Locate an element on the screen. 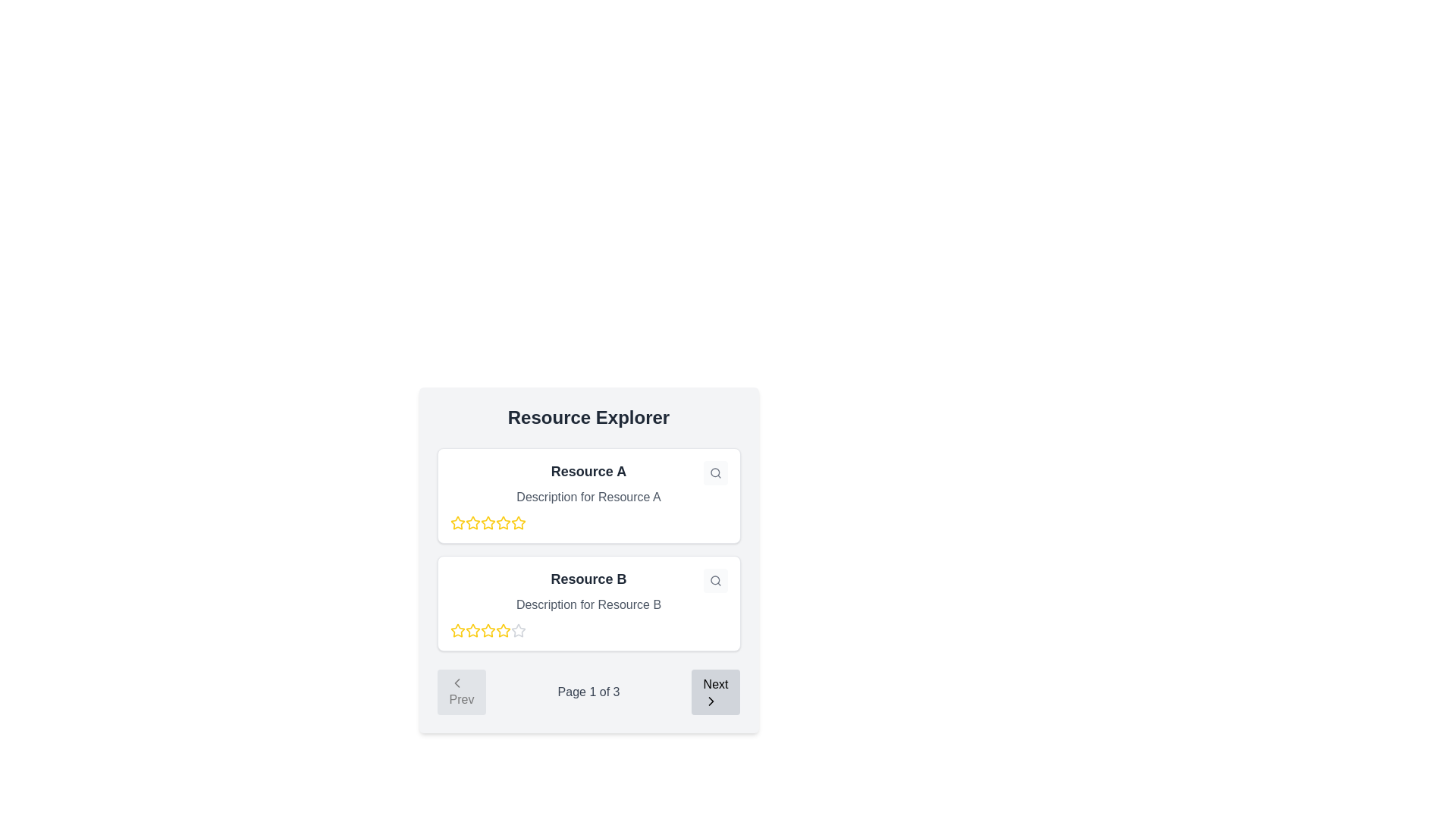 The image size is (1456, 819). the fifth star icon in the rating row under 'Resource B' is located at coordinates (488, 631).